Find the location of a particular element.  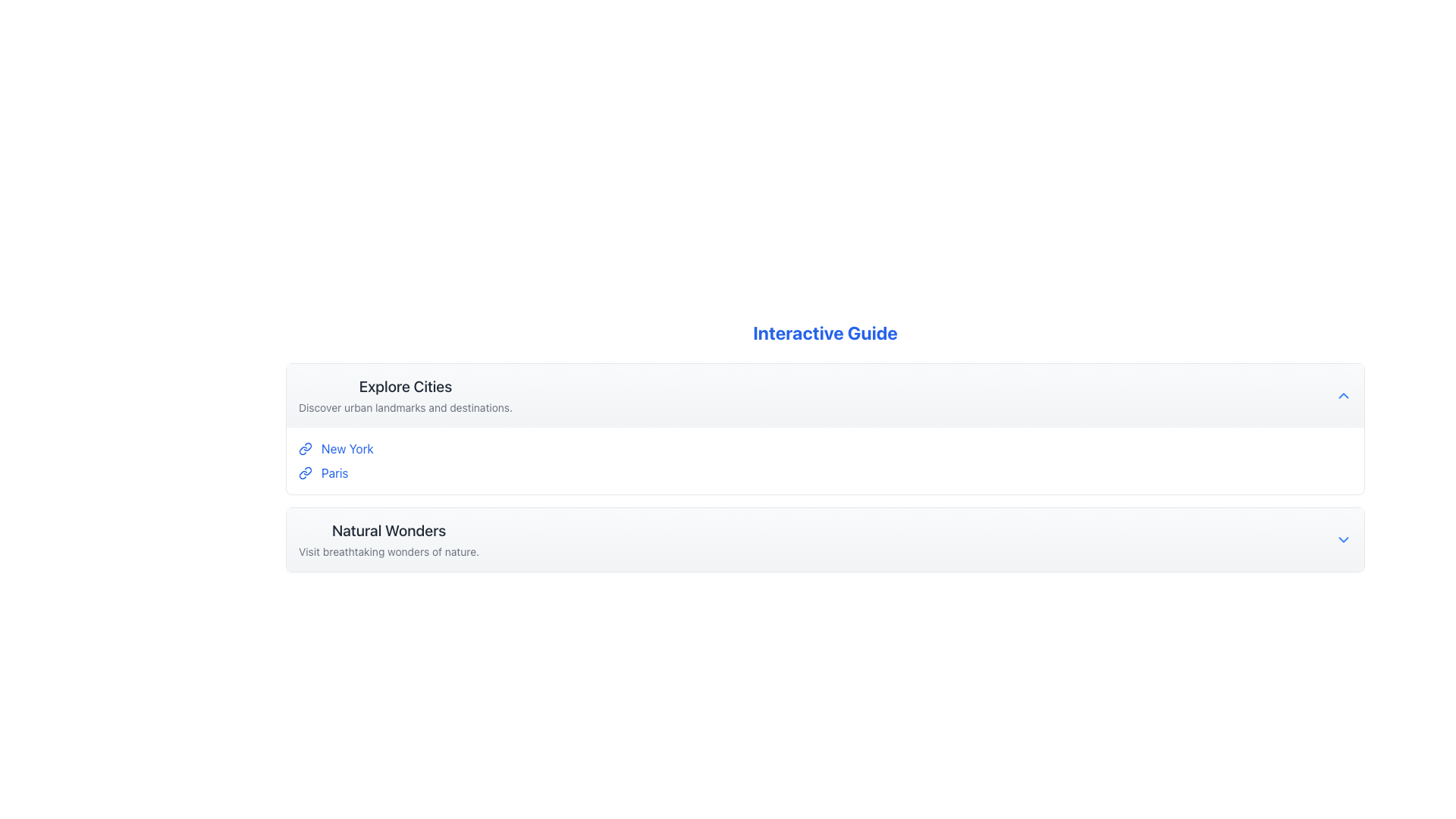

text content of the Label with the heading 'Natural Wonders' and subheading 'Visit breathtaking wonders of nature.' is located at coordinates (389, 539).